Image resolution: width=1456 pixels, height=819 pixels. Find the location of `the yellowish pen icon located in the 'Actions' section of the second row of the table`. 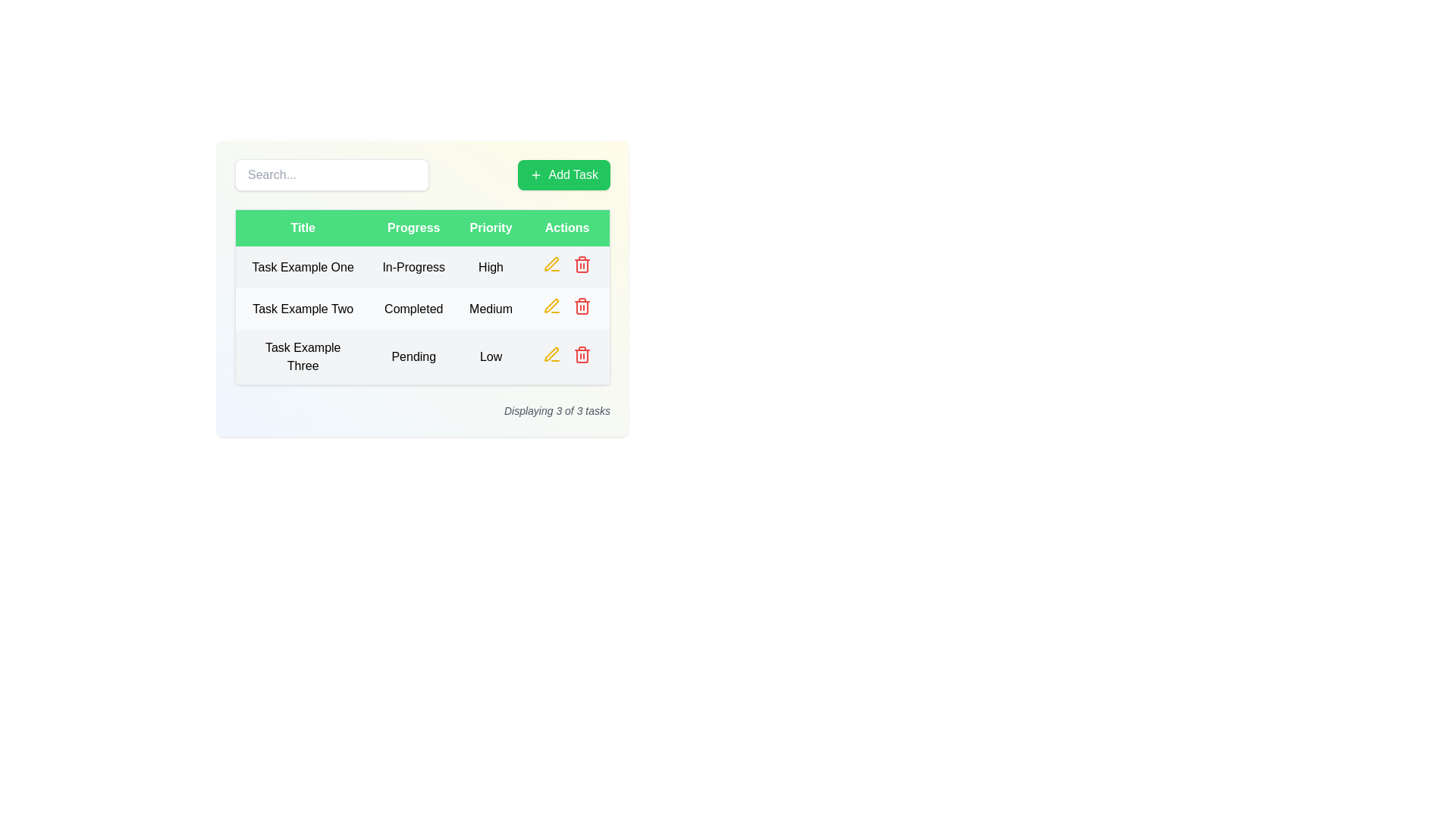

the yellowish pen icon located in the 'Actions' section of the second row of the table is located at coordinates (551, 263).